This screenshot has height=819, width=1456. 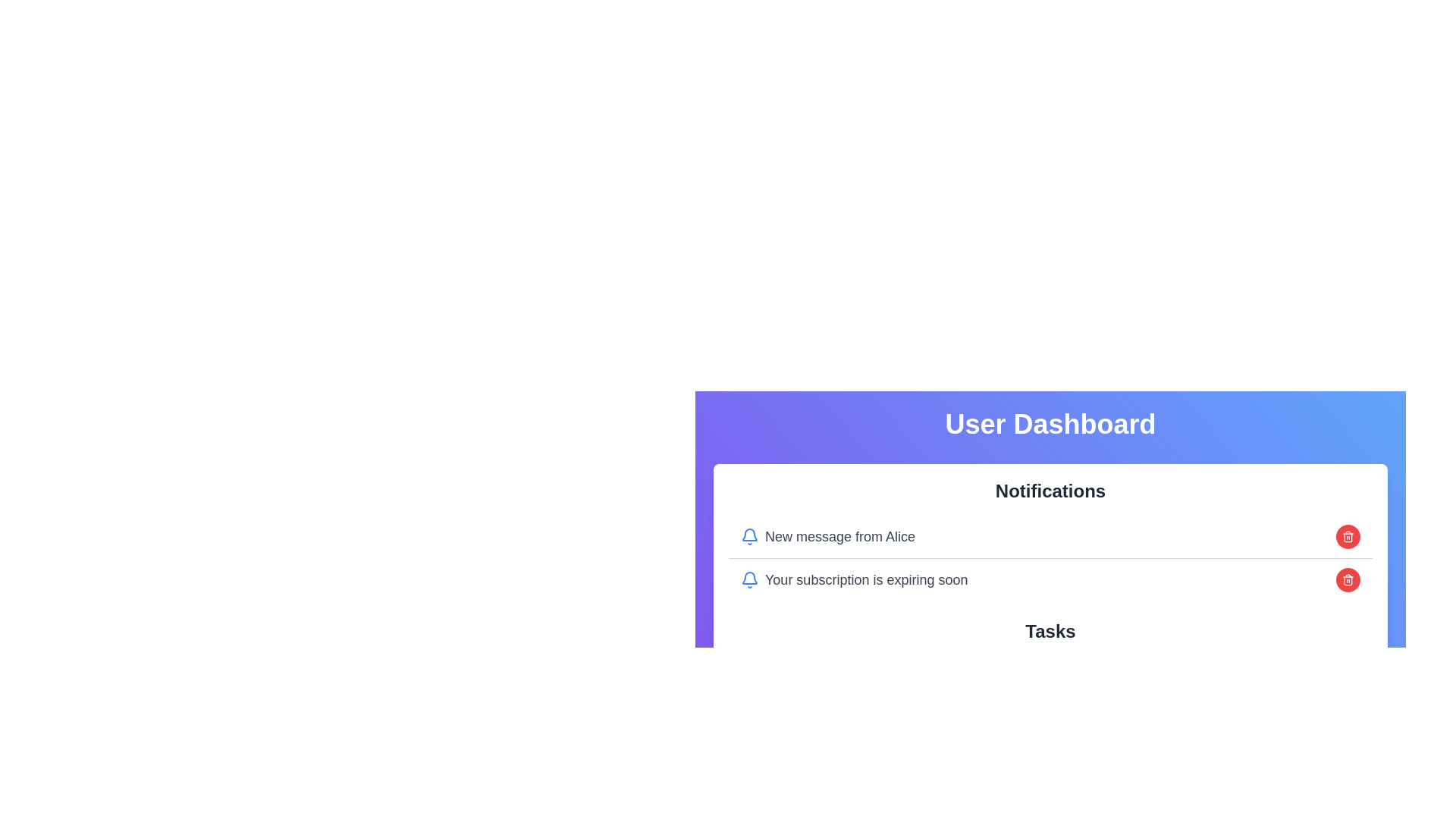 What do you see at coordinates (827, 536) in the screenshot?
I see `notification label indicating a new message from Alice, located in the first row of the Notifications section, to the right of the blue notification bell icon` at bounding box center [827, 536].